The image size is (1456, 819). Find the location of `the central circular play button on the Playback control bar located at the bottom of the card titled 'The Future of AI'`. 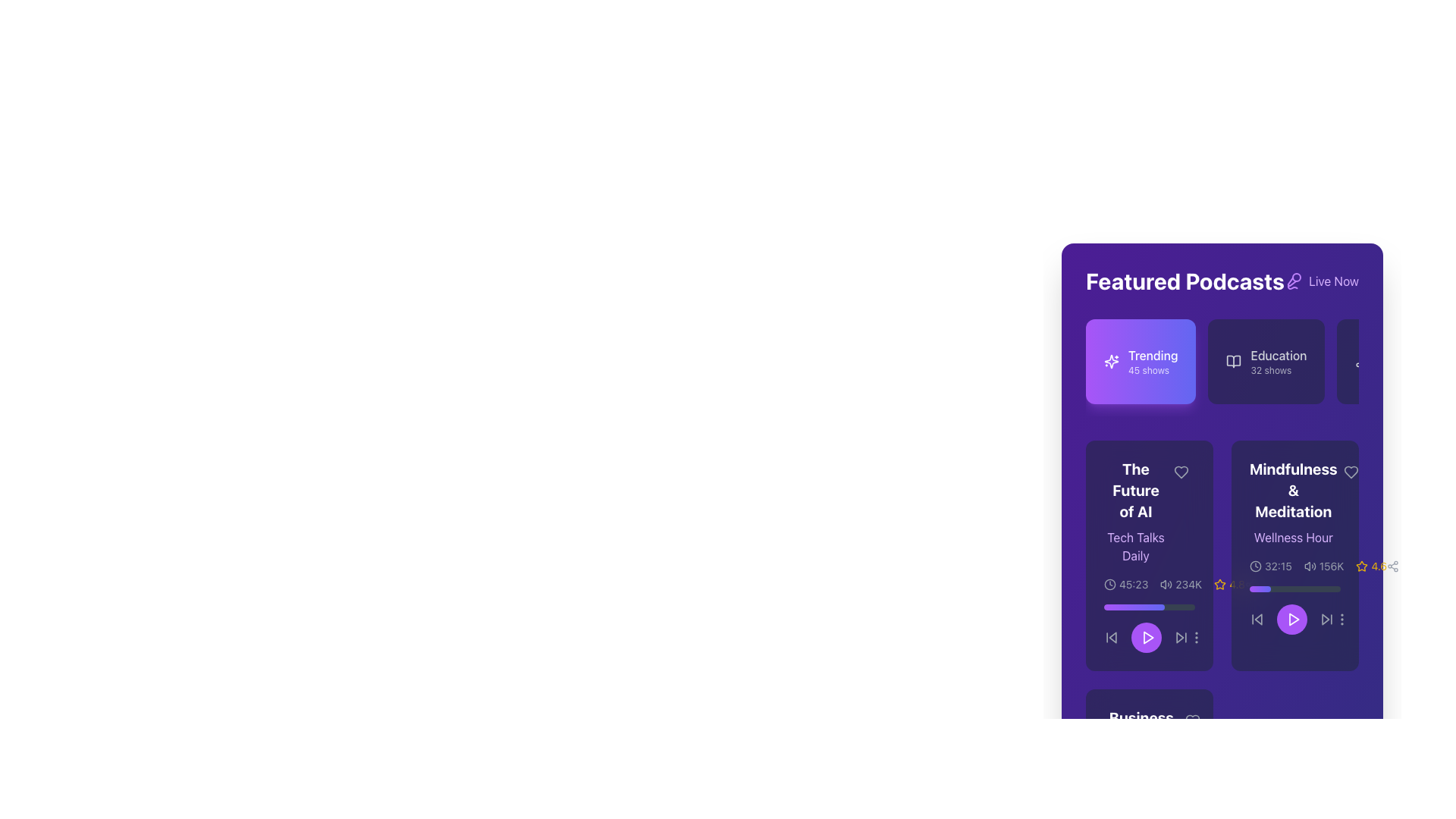

the central circular play button on the Playback control bar located at the bottom of the card titled 'The Future of AI' is located at coordinates (1150, 629).